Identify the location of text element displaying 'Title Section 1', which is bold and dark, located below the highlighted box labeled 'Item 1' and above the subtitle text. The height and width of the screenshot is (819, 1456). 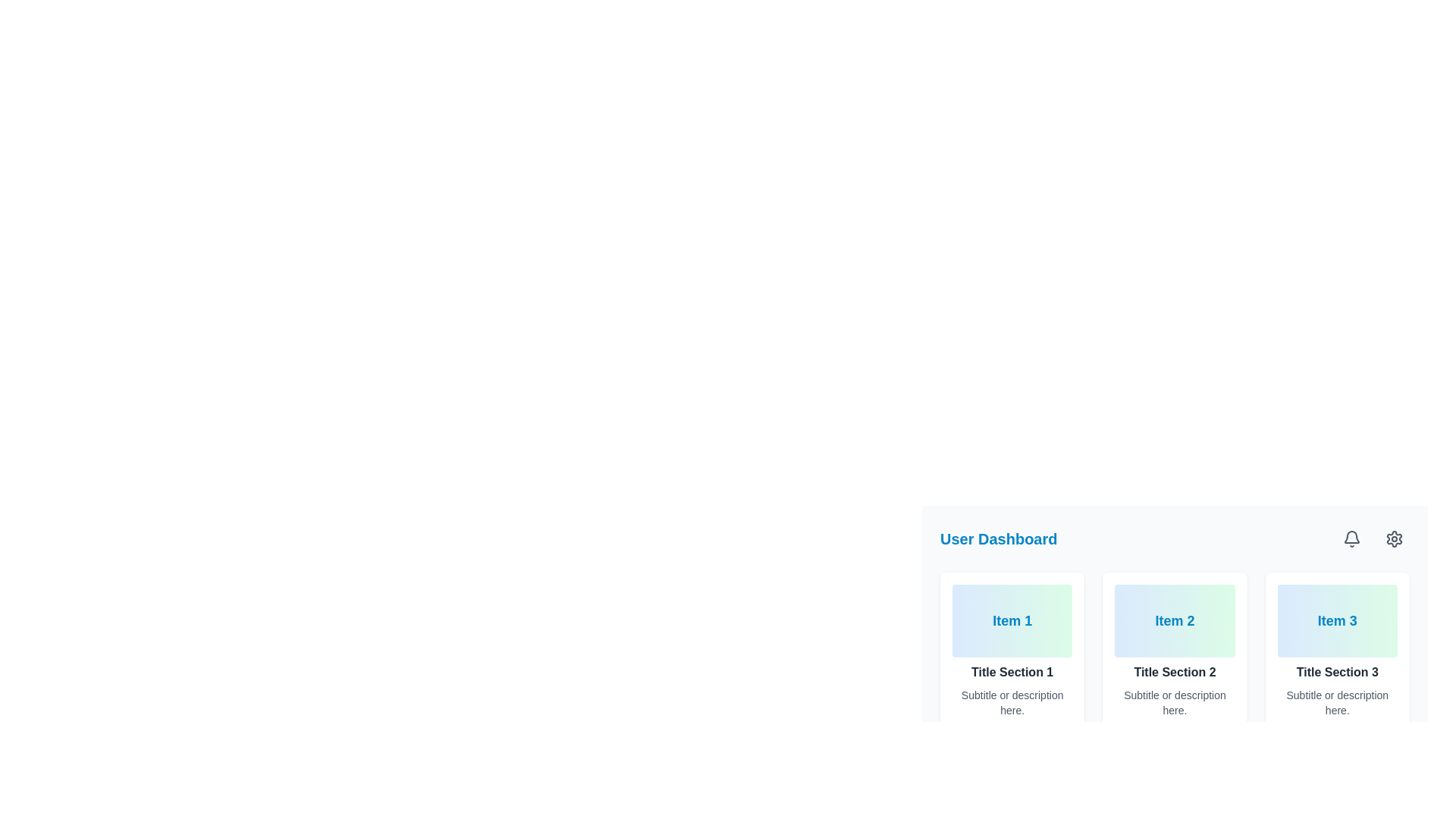
(1012, 672).